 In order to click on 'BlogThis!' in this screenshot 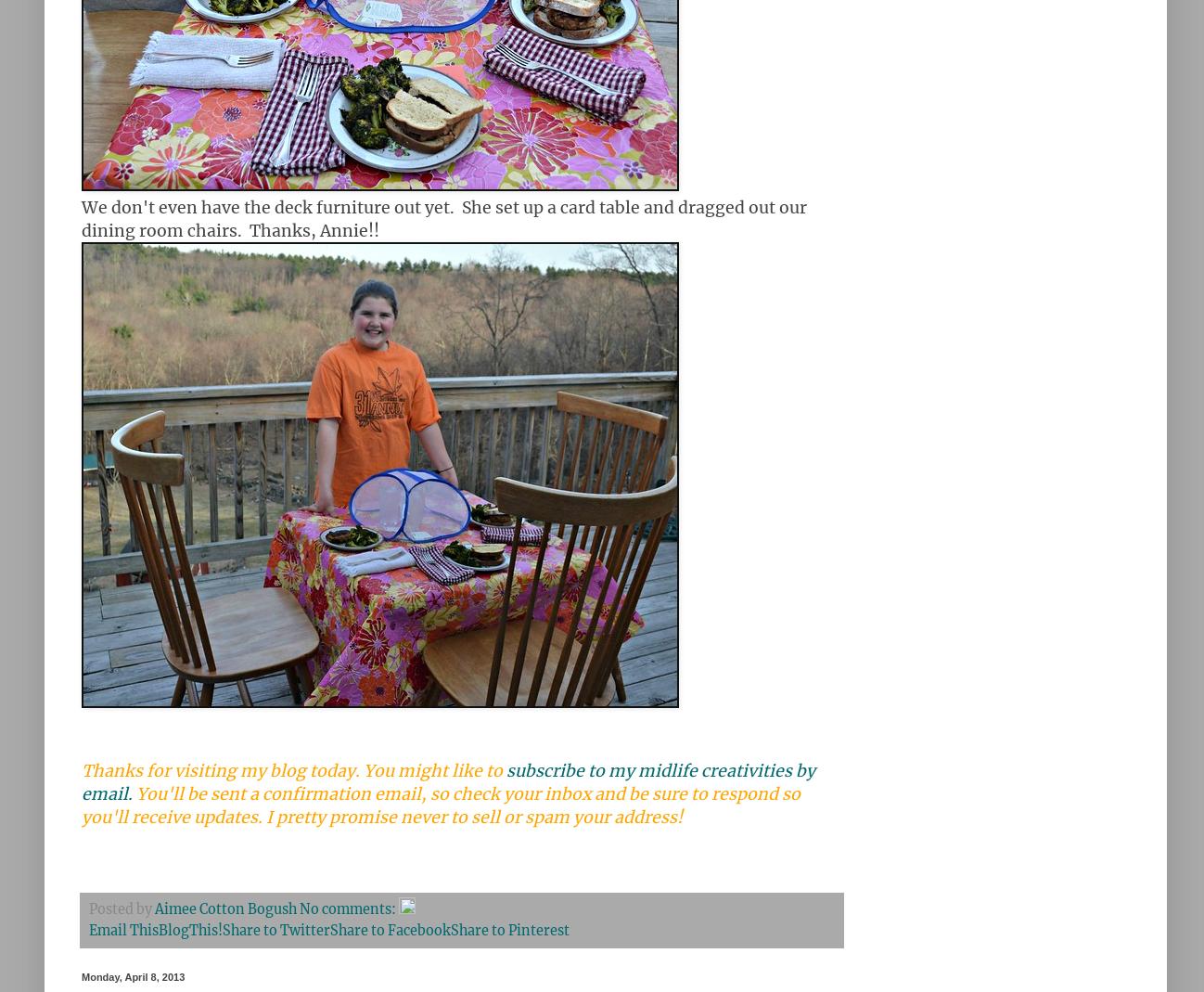, I will do `click(190, 931)`.